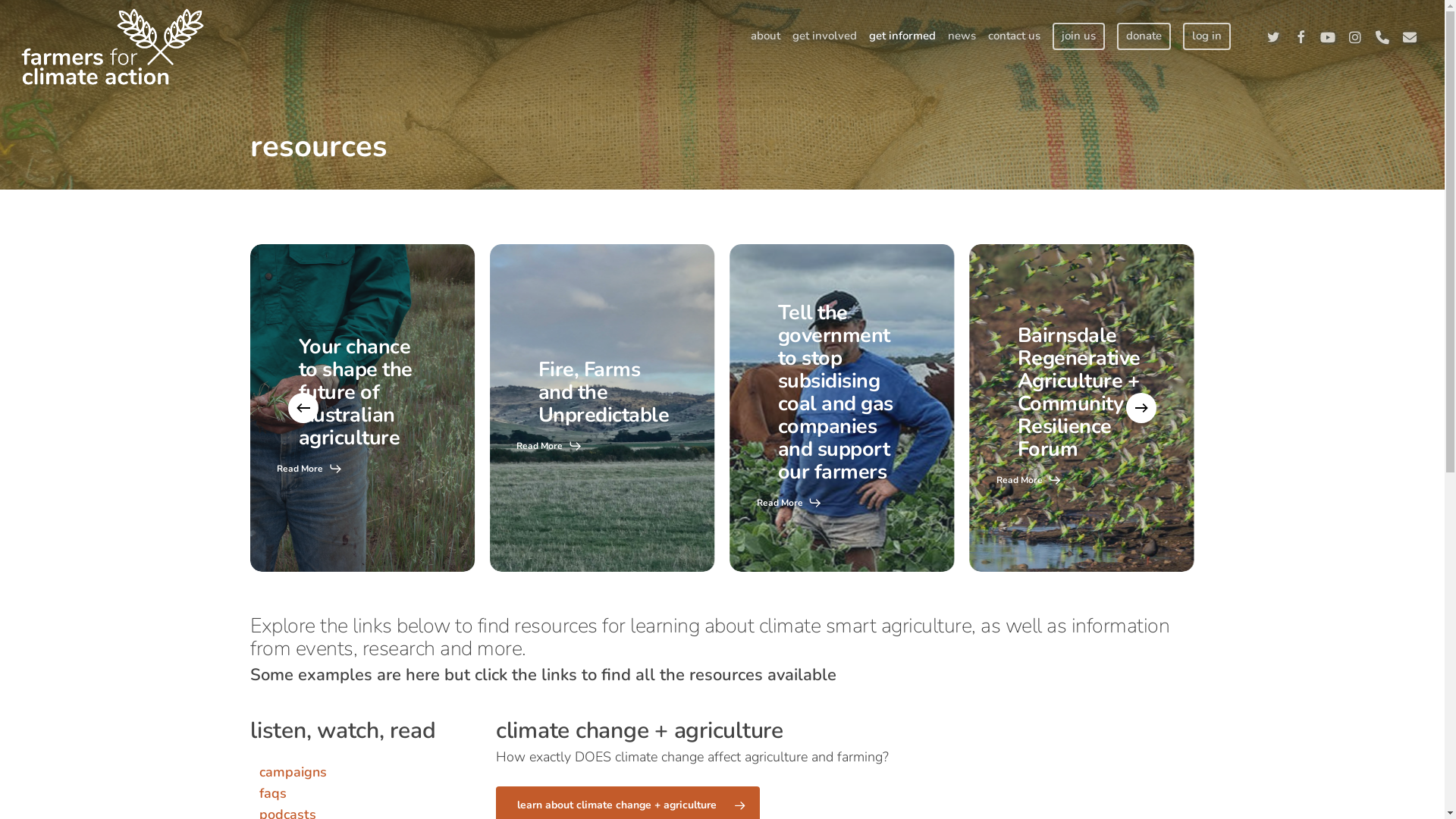 The image size is (1456, 819). Describe the element at coordinates (824, 35) in the screenshot. I see `'get involved'` at that location.